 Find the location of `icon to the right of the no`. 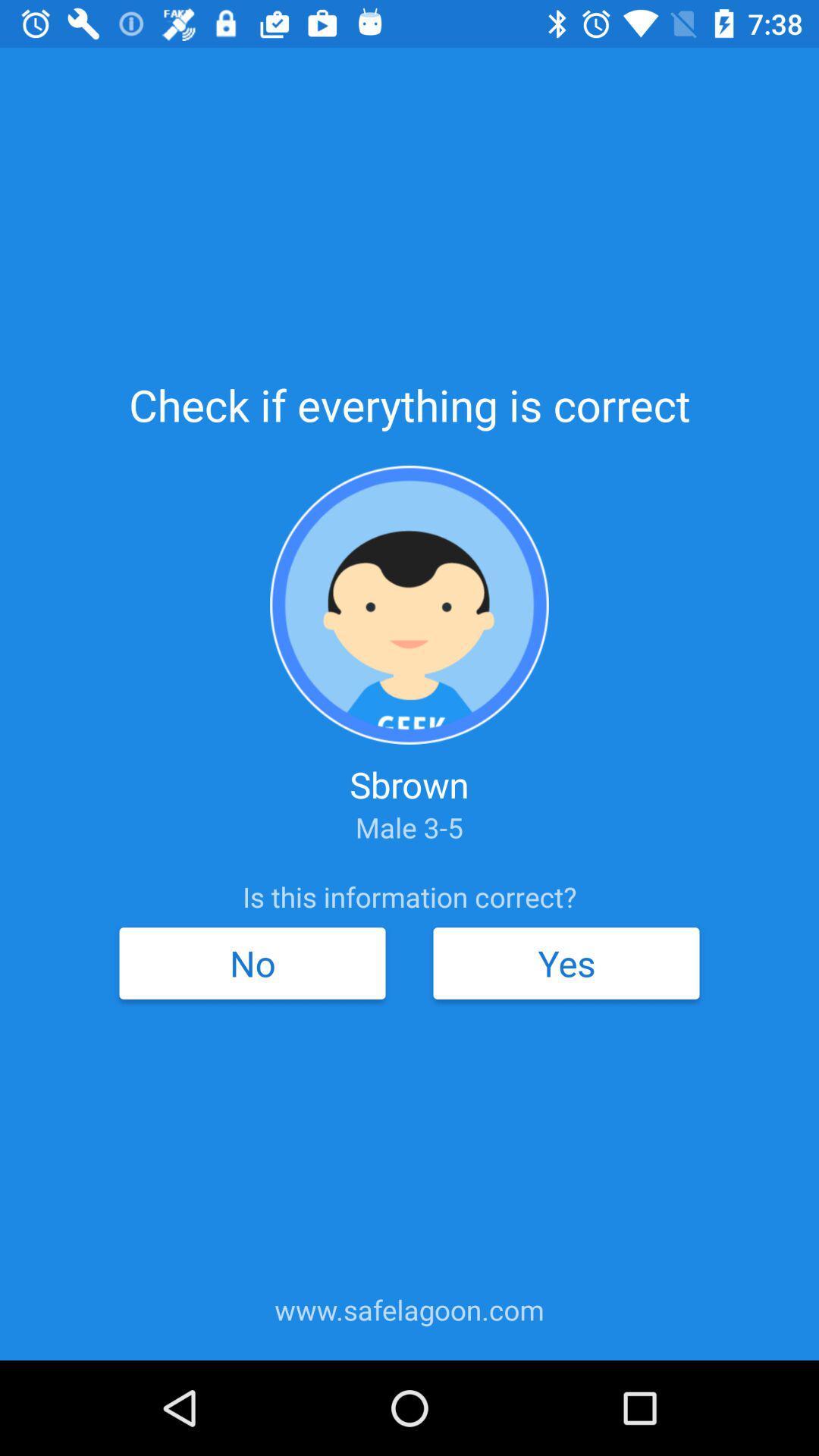

icon to the right of the no is located at coordinates (566, 962).